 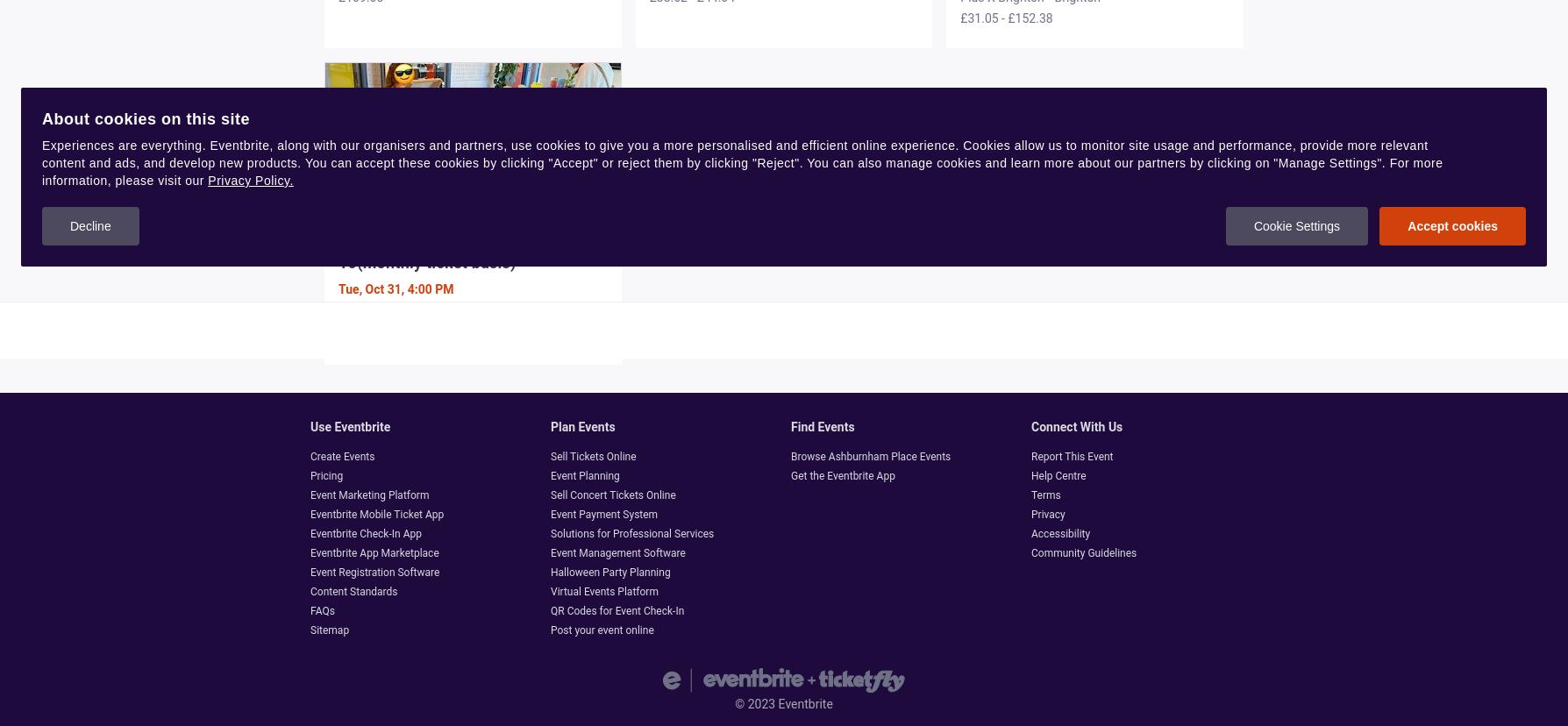 I want to click on 'Terms', so click(x=1030, y=495).